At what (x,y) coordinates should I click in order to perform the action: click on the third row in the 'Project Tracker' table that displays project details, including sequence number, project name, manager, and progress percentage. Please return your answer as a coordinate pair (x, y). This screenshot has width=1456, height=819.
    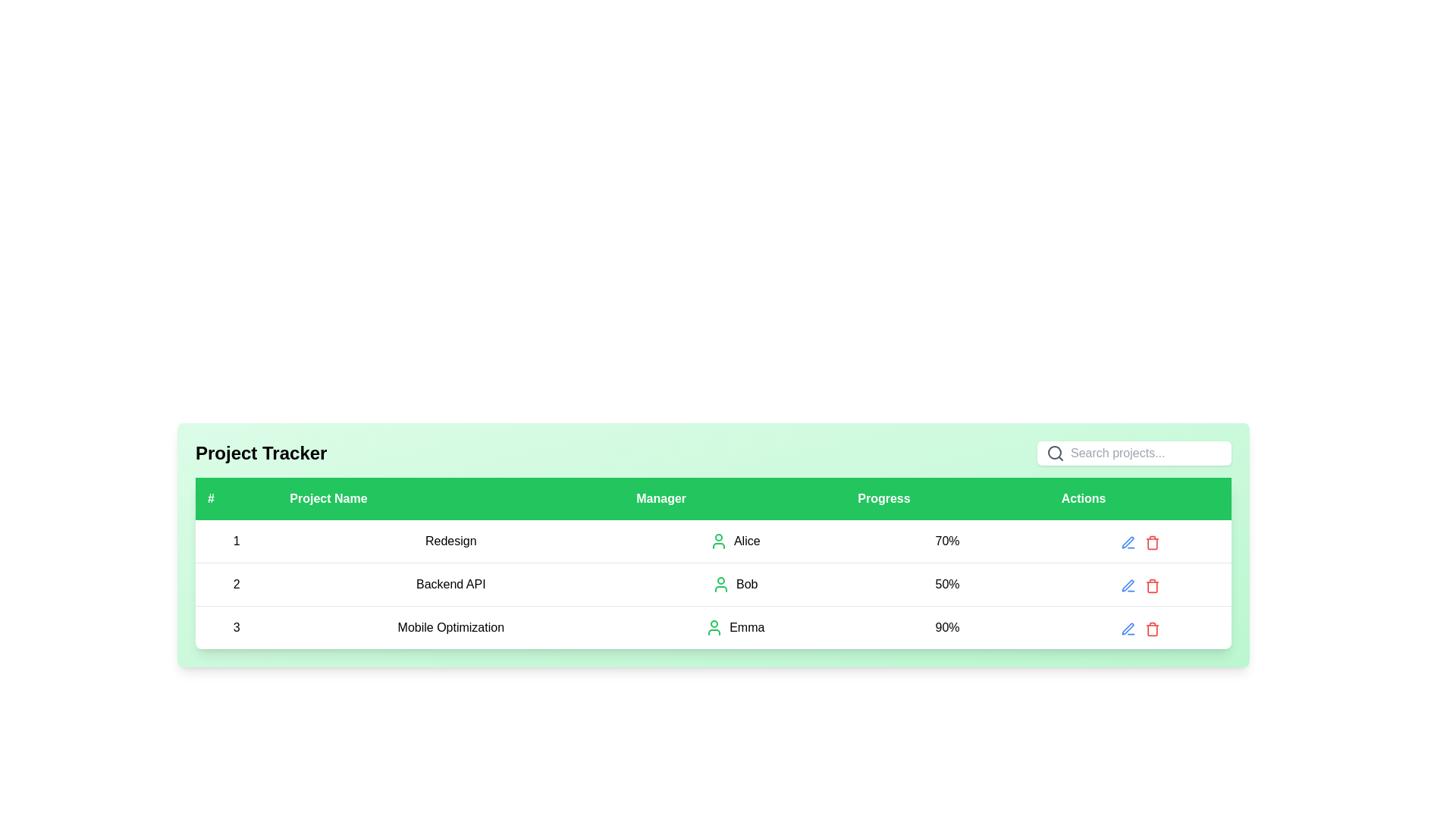
    Looking at the image, I should click on (712, 627).